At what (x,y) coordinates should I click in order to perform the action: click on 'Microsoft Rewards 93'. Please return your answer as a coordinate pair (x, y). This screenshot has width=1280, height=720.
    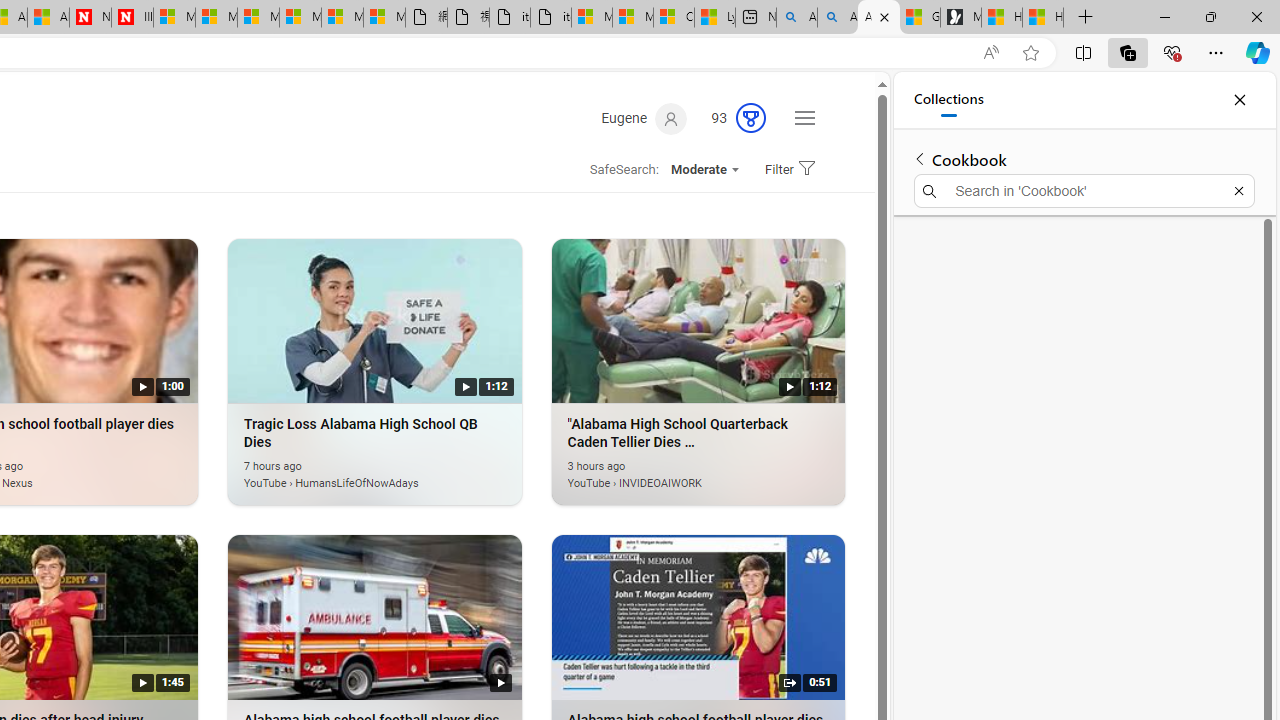
    Looking at the image, I should click on (729, 119).